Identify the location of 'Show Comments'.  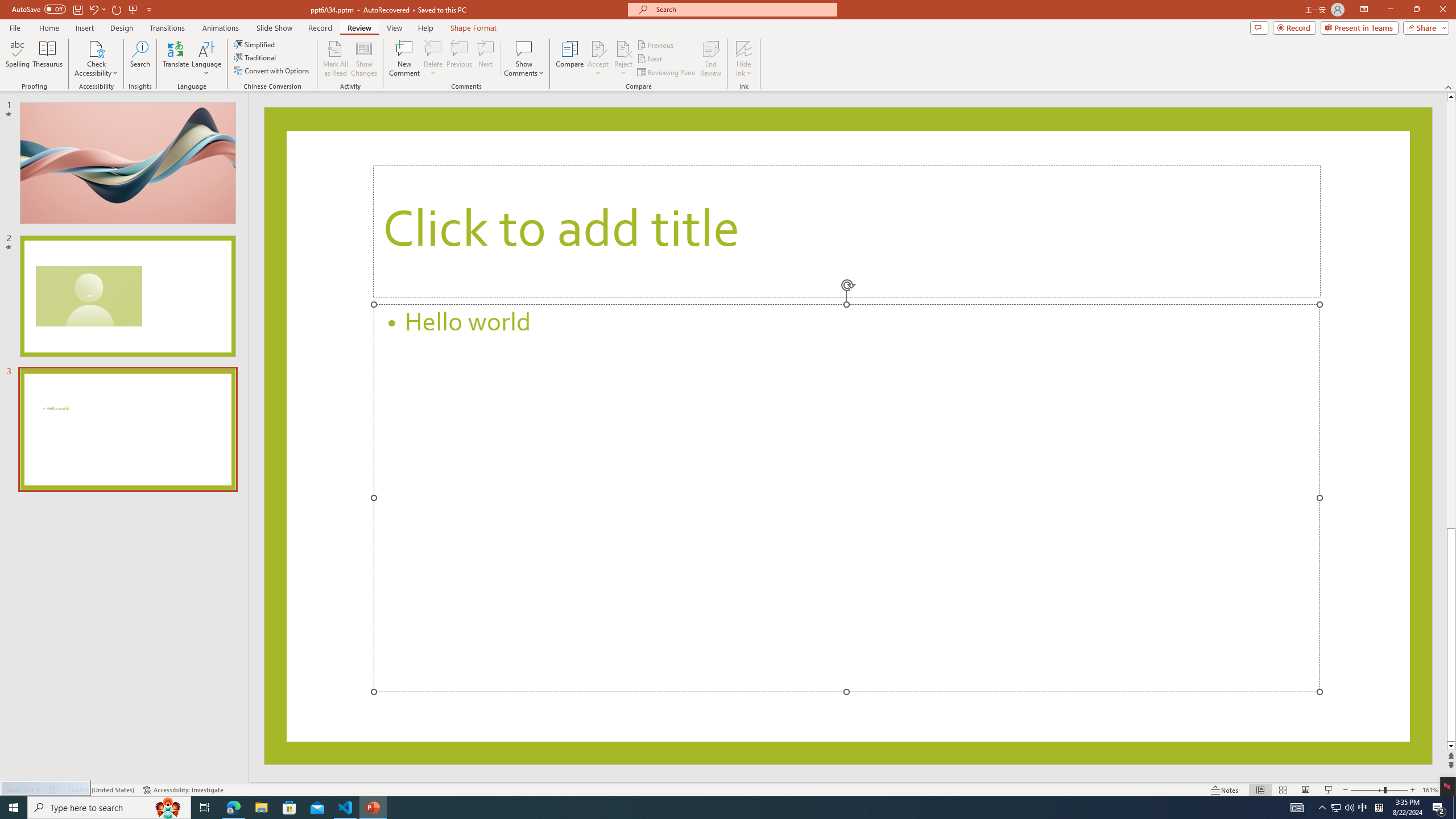
(524, 59).